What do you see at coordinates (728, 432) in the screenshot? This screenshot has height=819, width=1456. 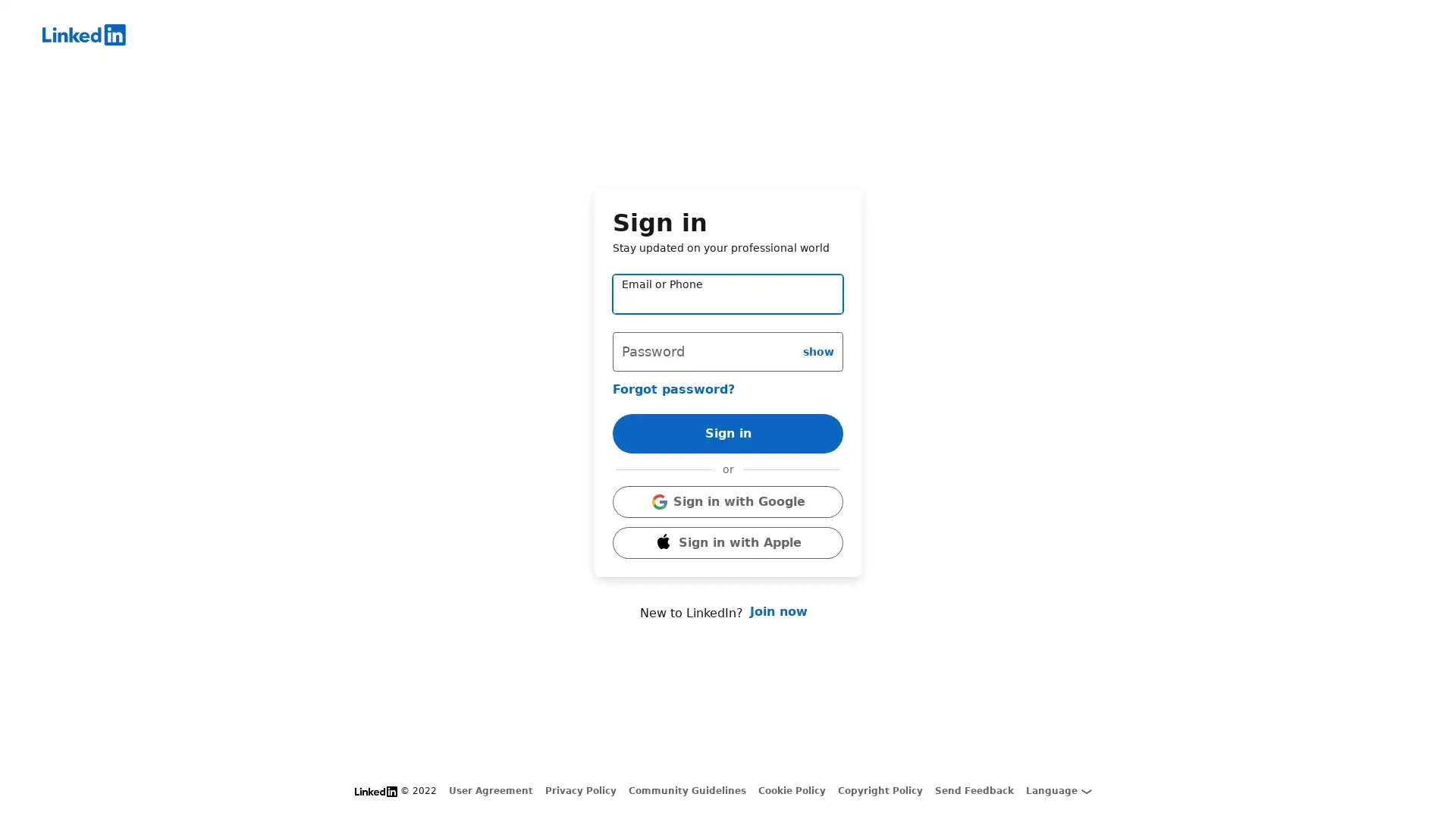 I see `Sign in` at bounding box center [728, 432].